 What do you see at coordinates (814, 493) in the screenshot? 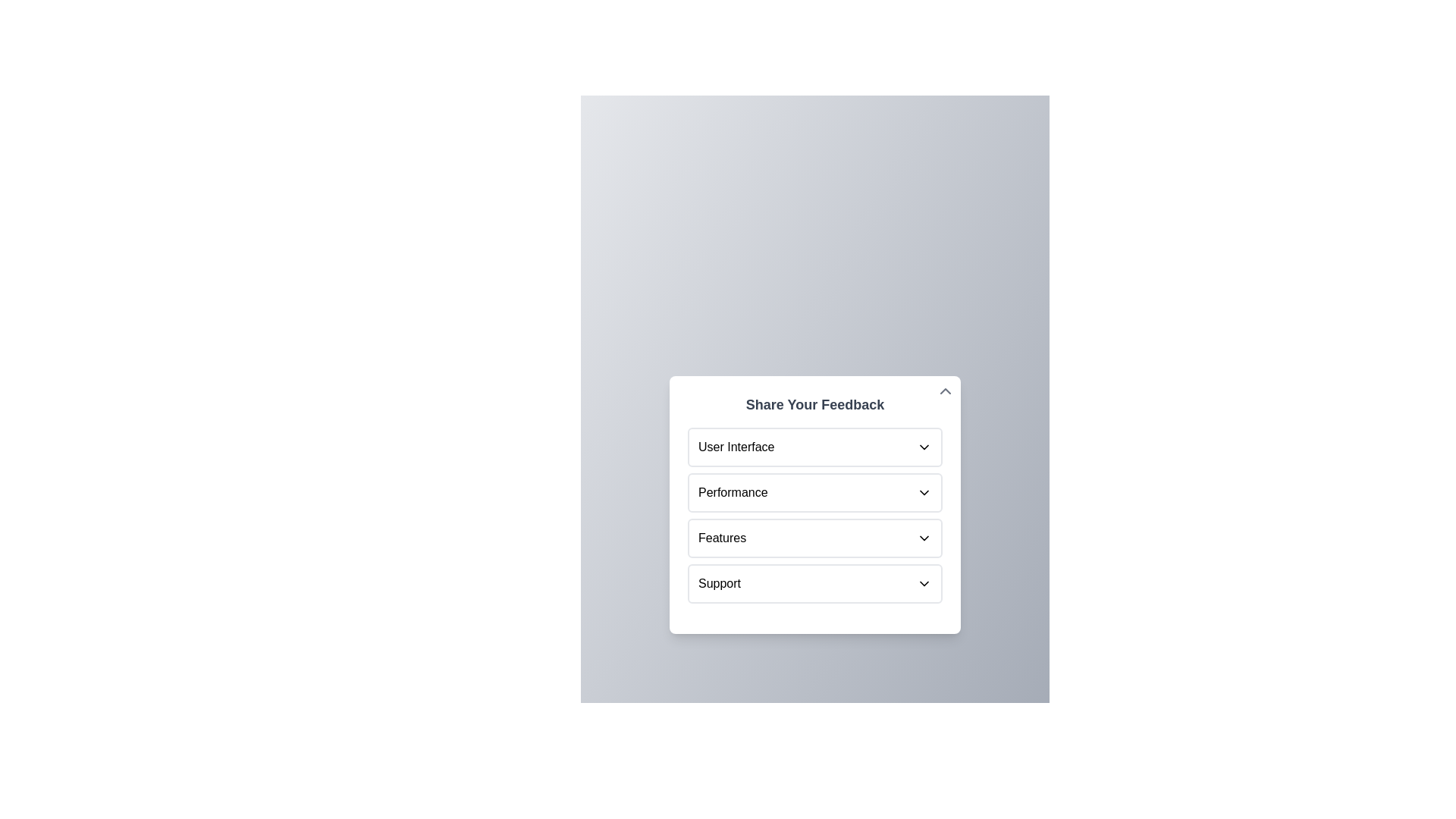
I see `the 'Performance' option in the second row of the selectable dropdown under the 'Share Your Feedback' section` at bounding box center [814, 493].